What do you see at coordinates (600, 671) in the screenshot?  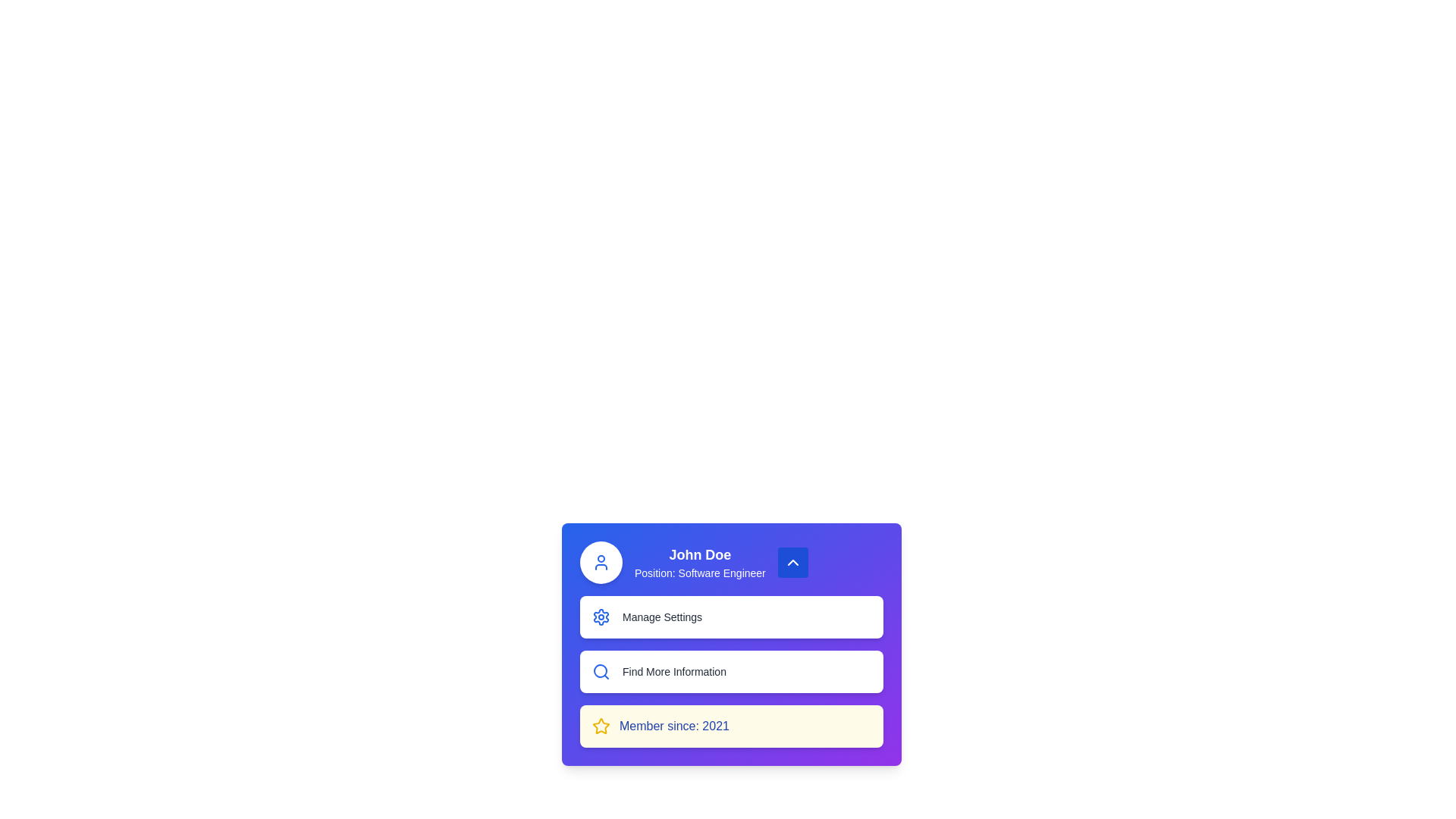 I see `the search icon located to the left of the text 'Find More Information' within the button group` at bounding box center [600, 671].